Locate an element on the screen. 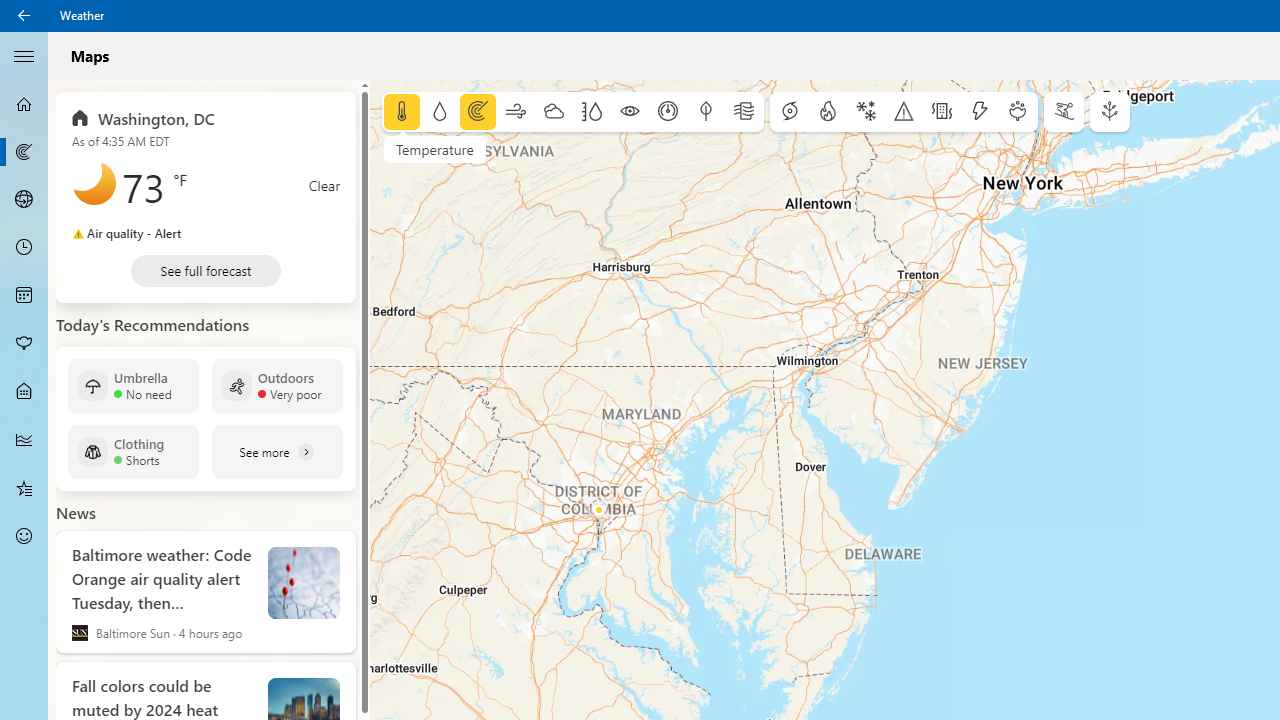  'Historical Weather - Not Selected' is located at coordinates (24, 438).